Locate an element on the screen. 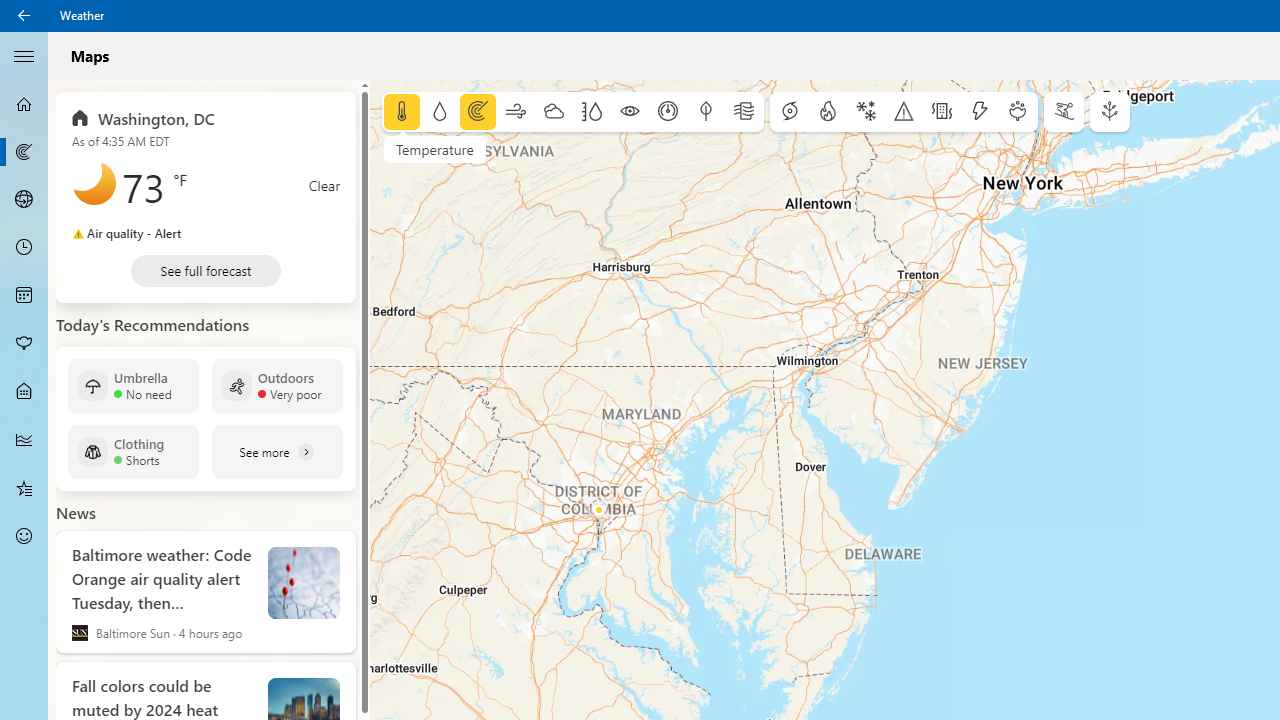  'Historical Weather - Not Selected' is located at coordinates (24, 438).